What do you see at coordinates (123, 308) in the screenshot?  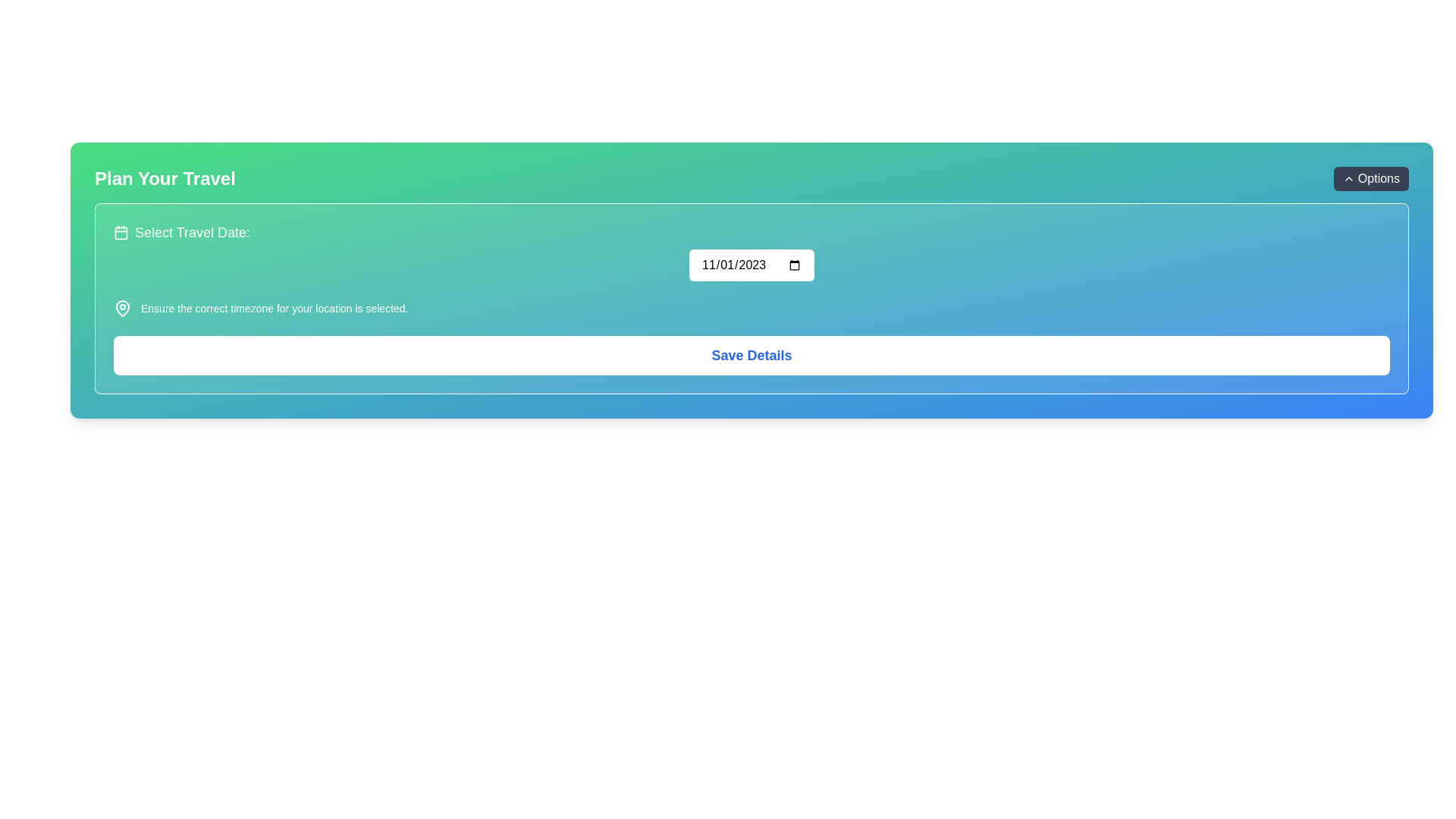 I see `the map indicator icon located to the left of the text label in the 'Ensure the correct timezone for your location is selected.' section` at bounding box center [123, 308].